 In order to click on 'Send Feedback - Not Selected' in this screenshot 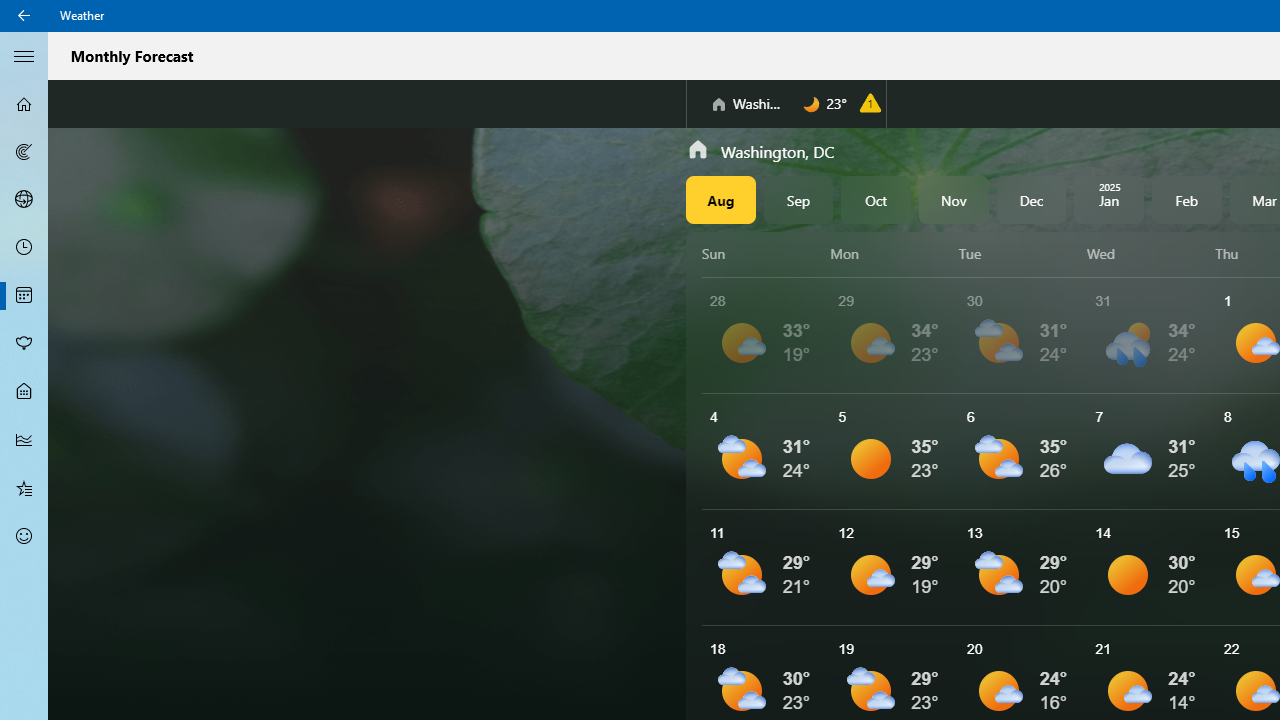, I will do `click(24, 535)`.